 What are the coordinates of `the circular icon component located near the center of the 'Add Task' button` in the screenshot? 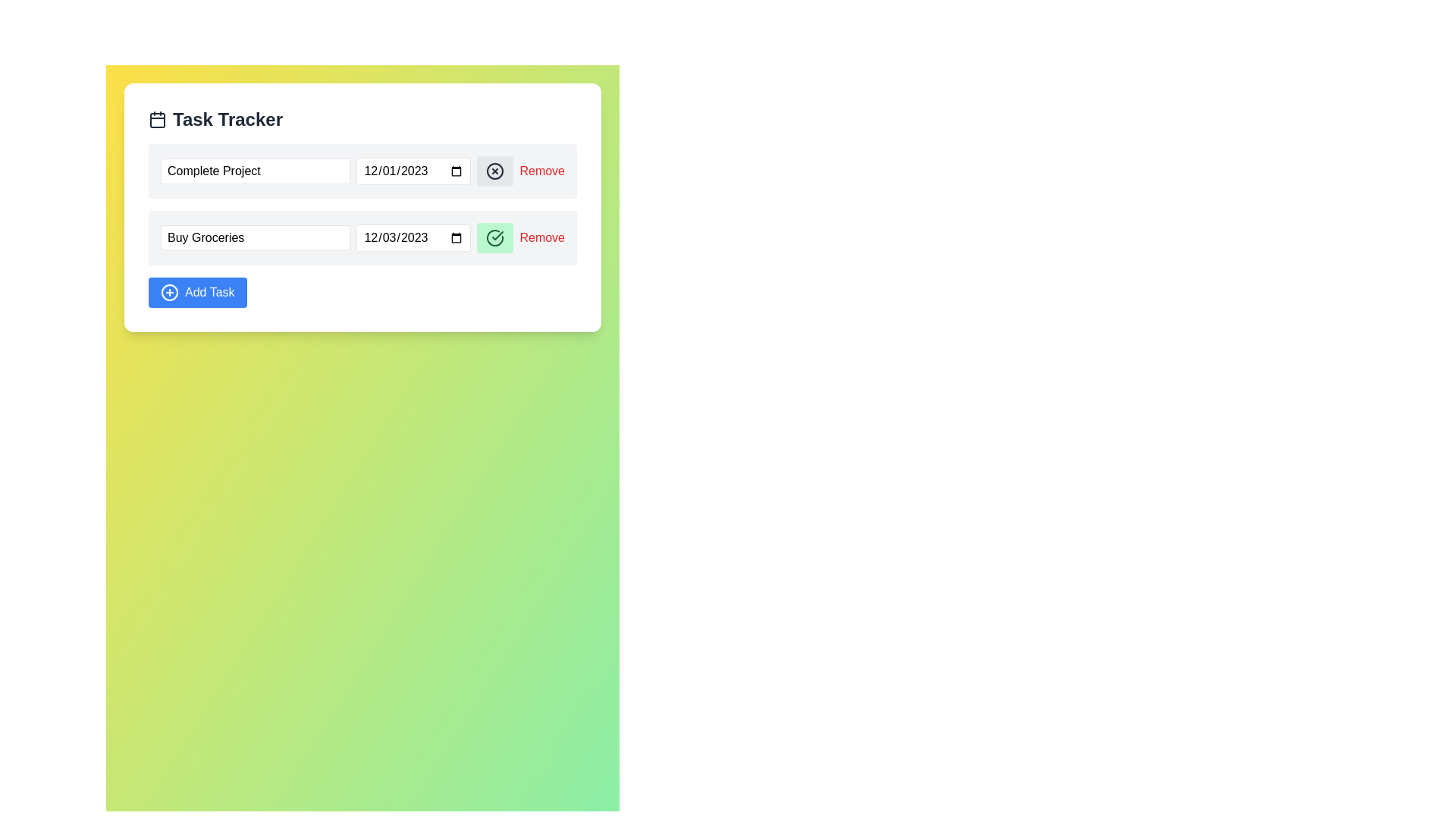 It's located at (170, 292).